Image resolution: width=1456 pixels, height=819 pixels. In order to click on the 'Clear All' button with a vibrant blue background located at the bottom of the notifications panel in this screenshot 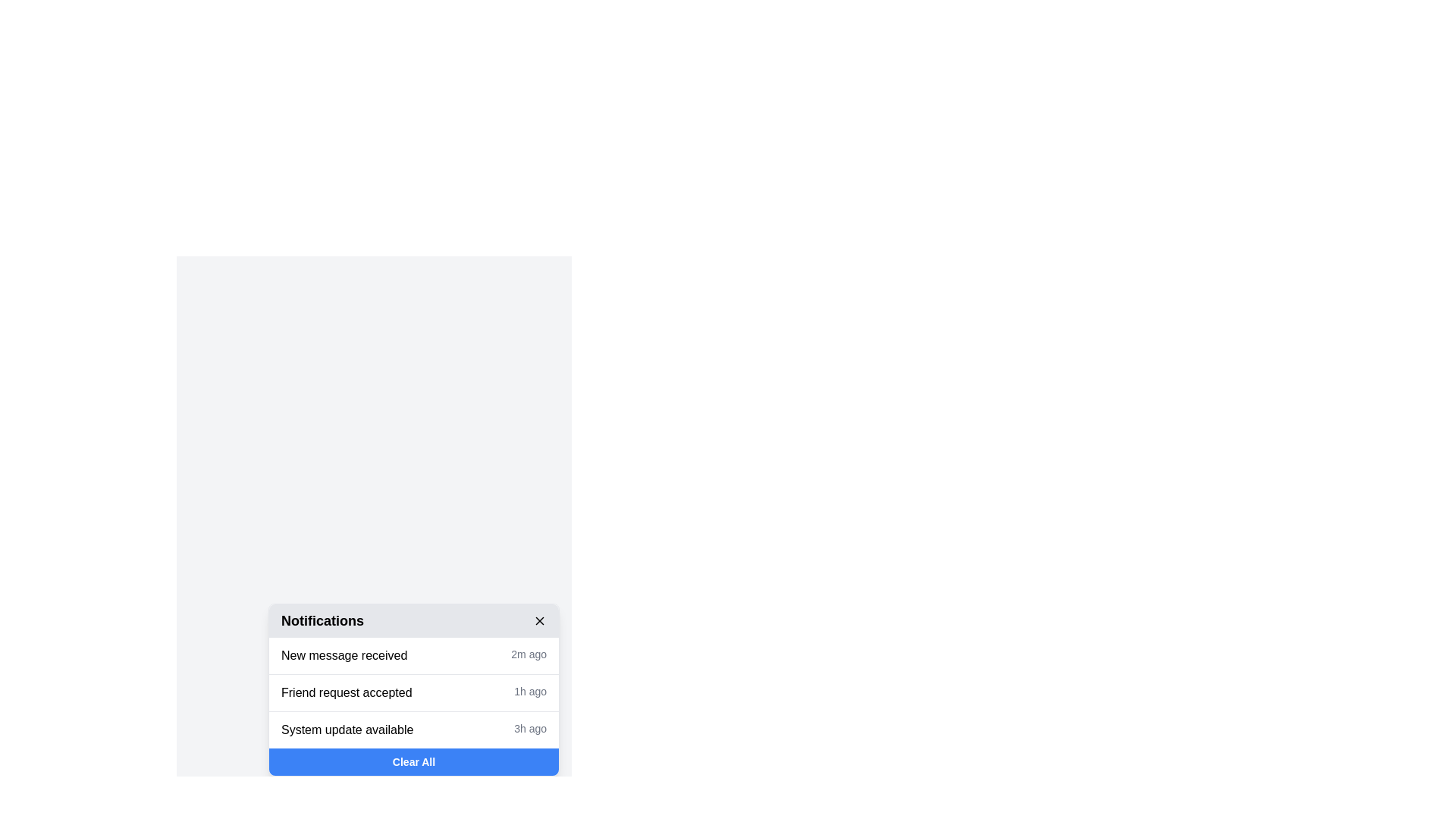, I will do `click(414, 762)`.